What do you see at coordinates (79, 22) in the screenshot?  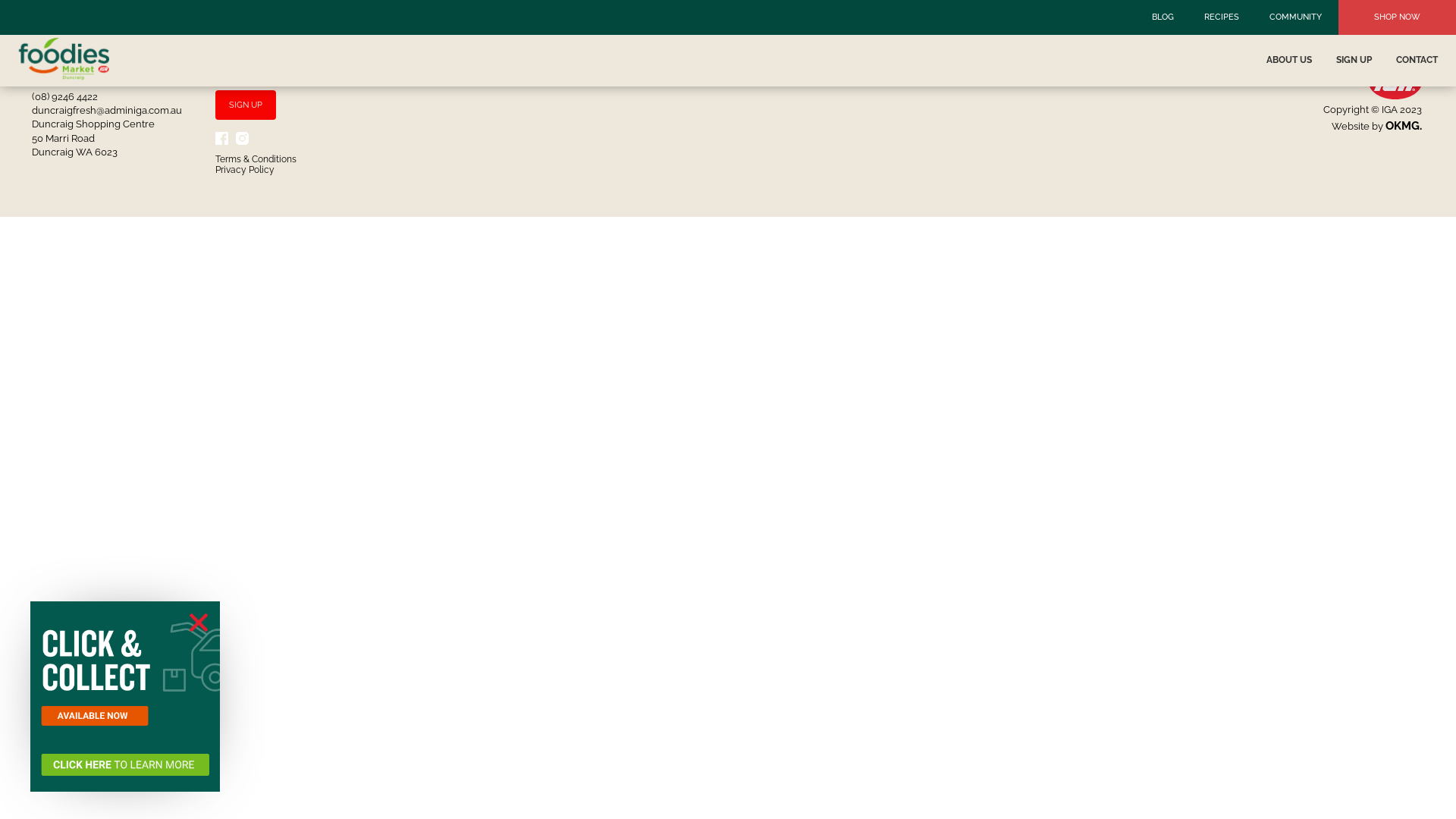 I see `'Events Manager'` at bounding box center [79, 22].